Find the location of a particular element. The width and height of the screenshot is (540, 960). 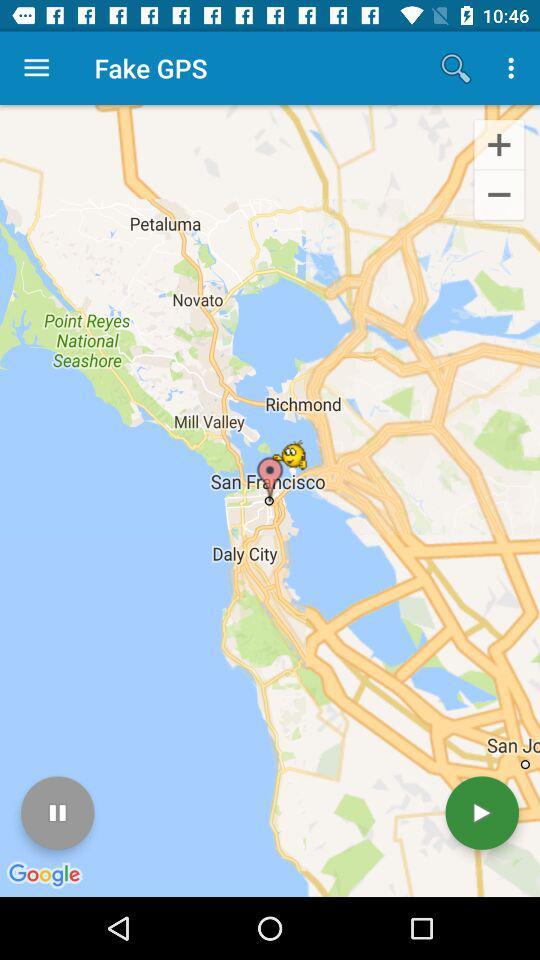

app next to the fake gps item is located at coordinates (36, 68).